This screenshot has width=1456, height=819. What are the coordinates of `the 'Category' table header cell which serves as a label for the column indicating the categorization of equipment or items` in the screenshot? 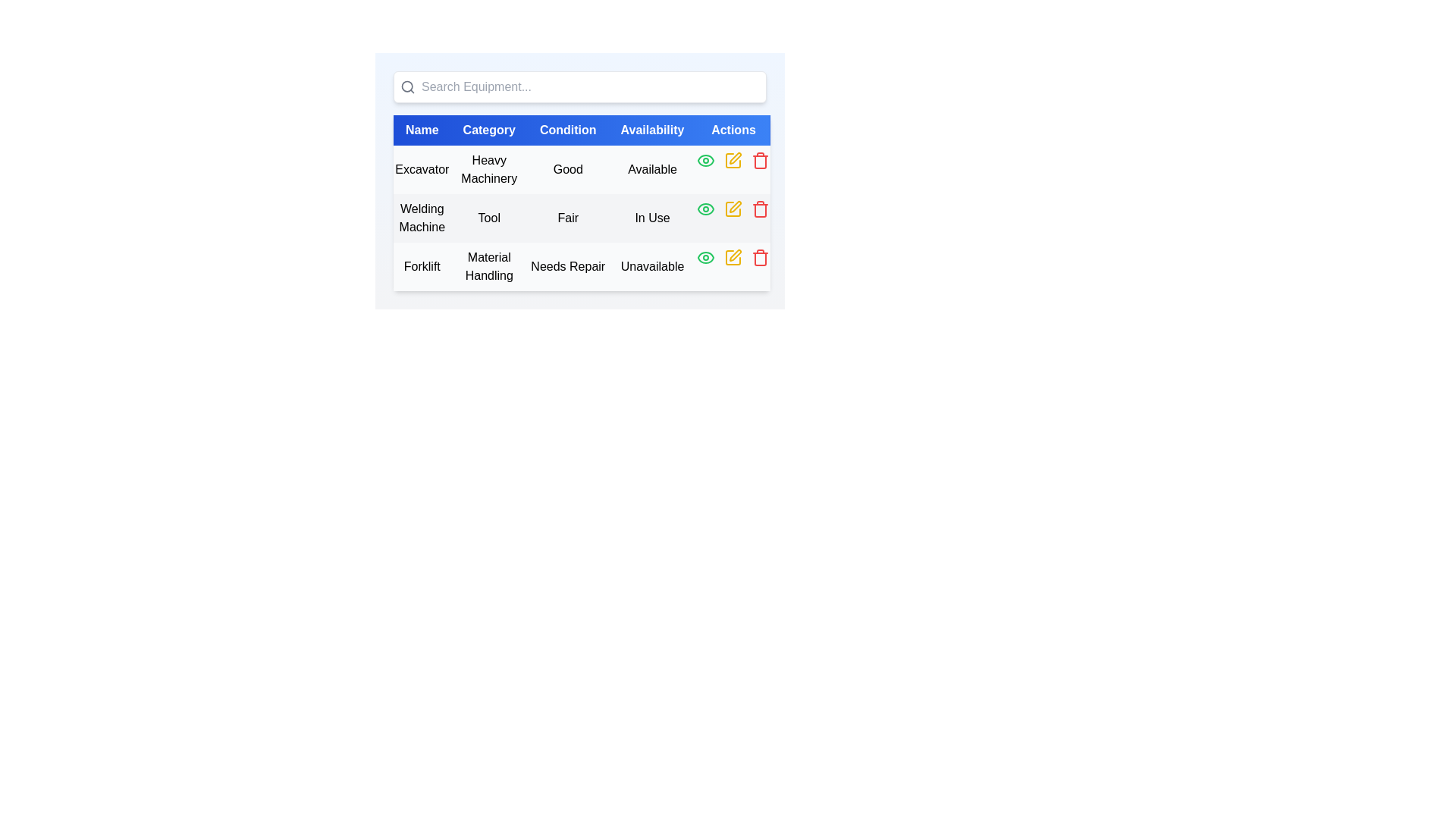 It's located at (489, 130).